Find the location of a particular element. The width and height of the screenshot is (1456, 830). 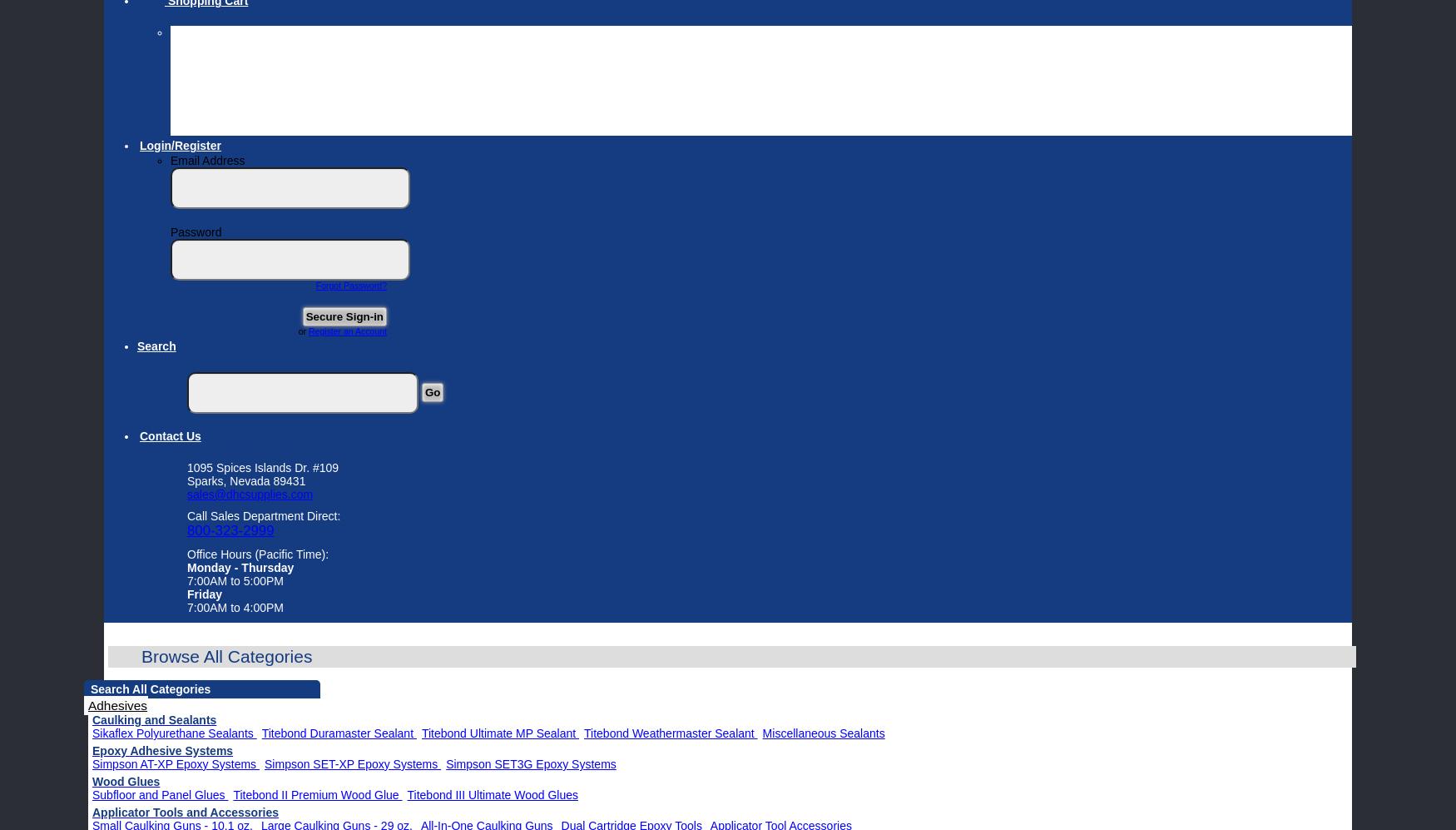

'Monday - Thursday' is located at coordinates (239, 567).